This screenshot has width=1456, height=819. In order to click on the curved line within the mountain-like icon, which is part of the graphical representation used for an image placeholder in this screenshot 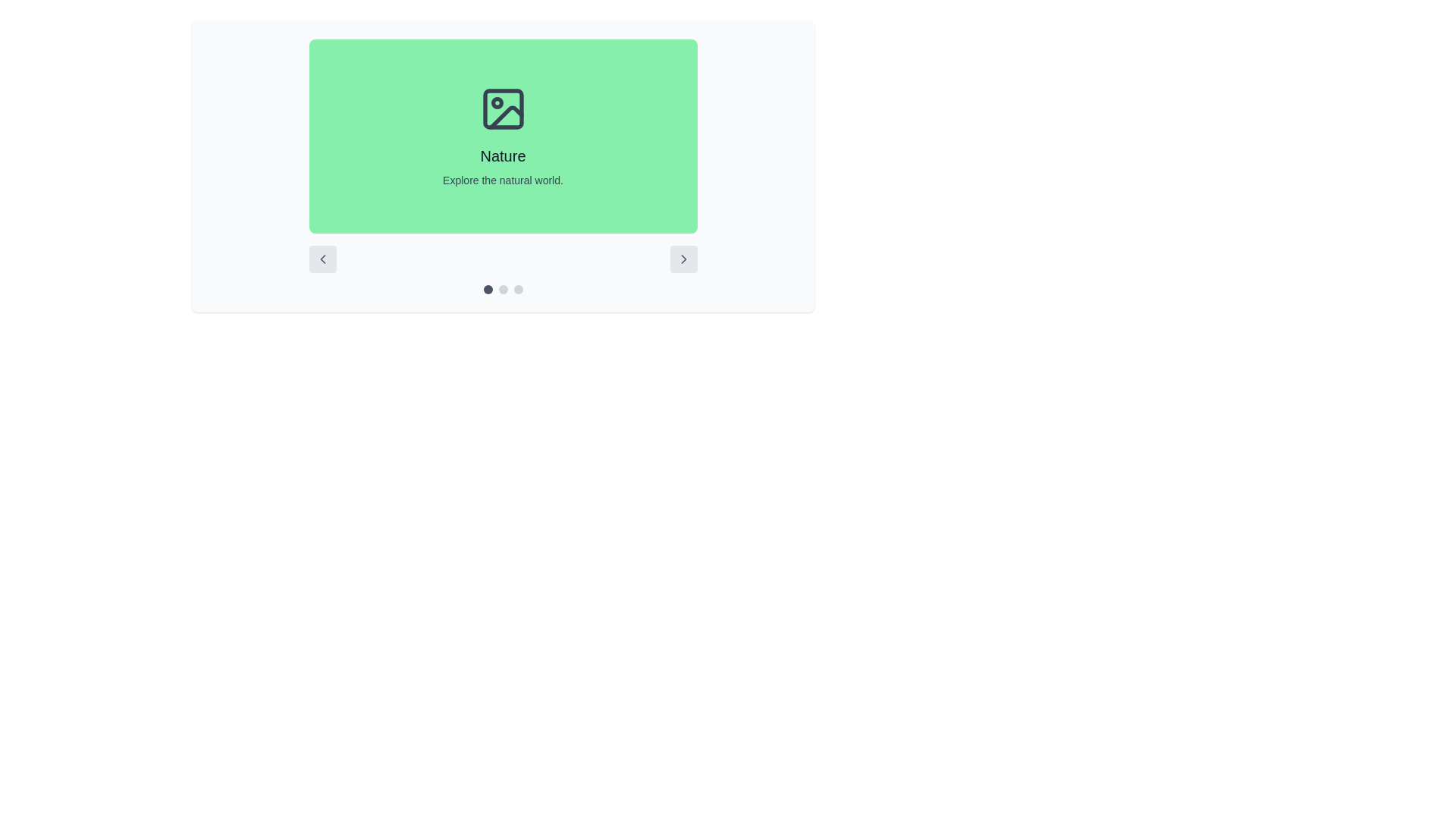, I will do `click(506, 117)`.